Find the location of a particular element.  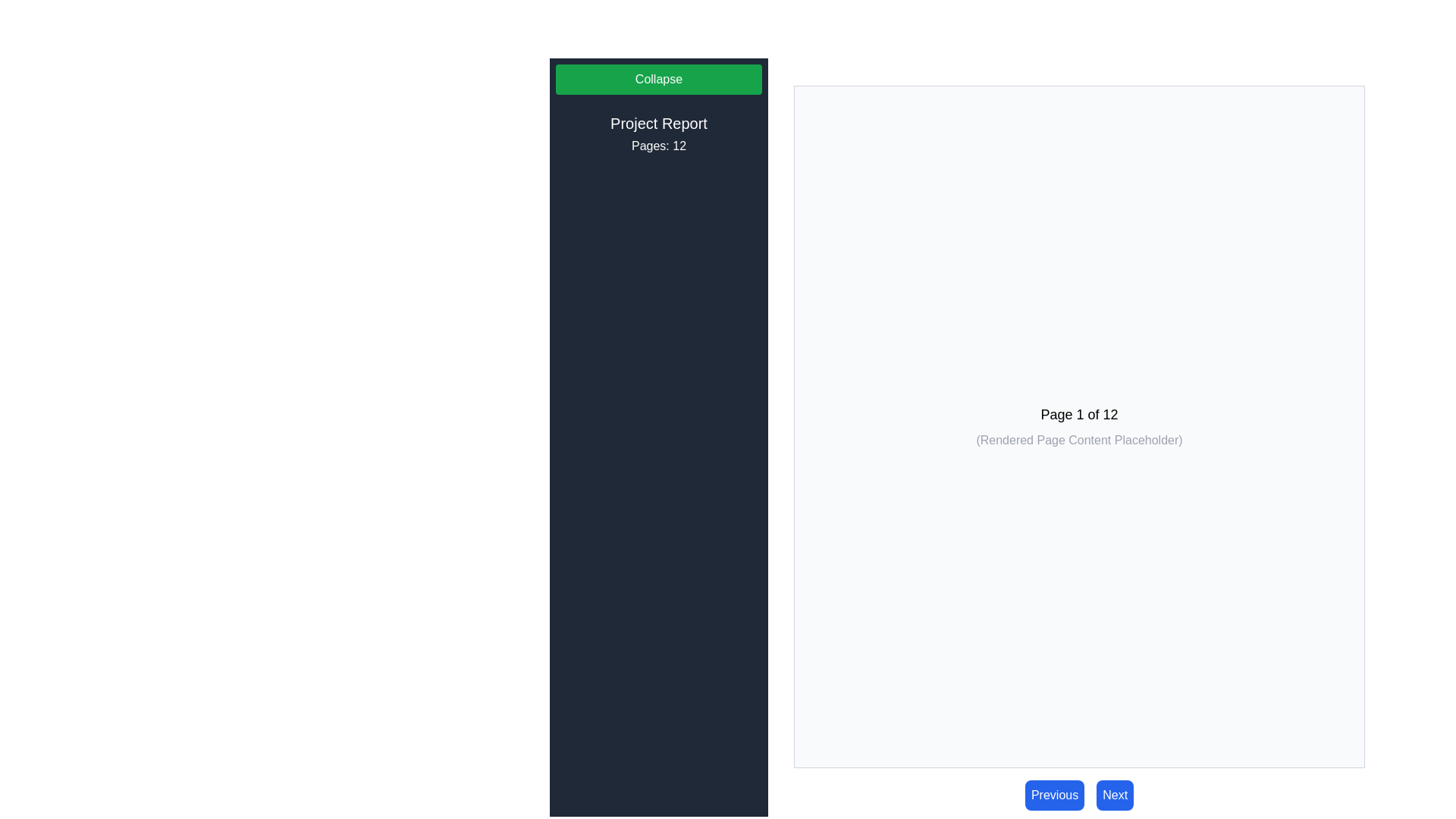

the static text label 'Project Report' which is prominently displayed above 'Pages: 12' within a dark background panel is located at coordinates (658, 122).